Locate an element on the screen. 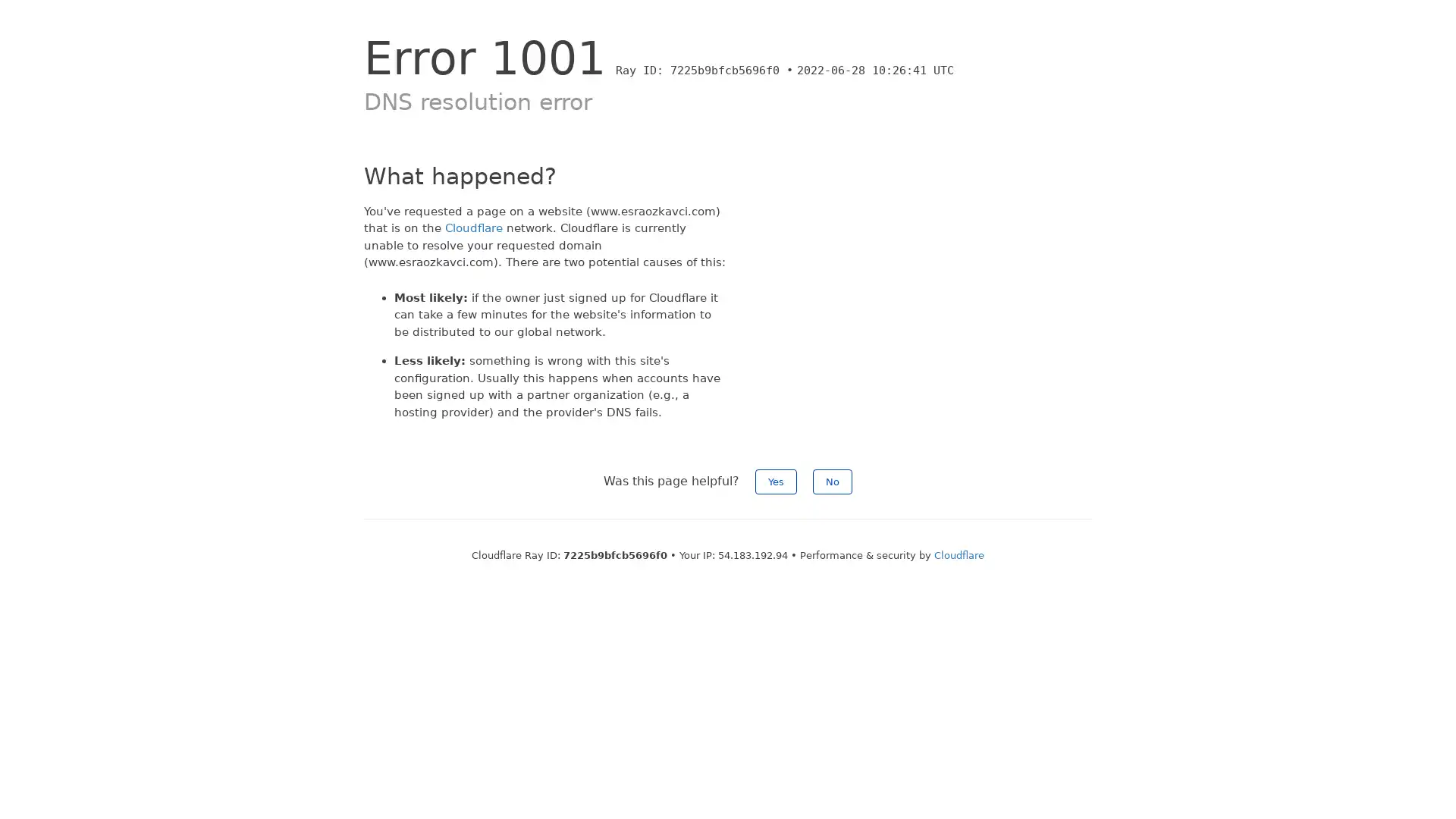 The width and height of the screenshot is (1456, 819). No is located at coordinates (832, 482).